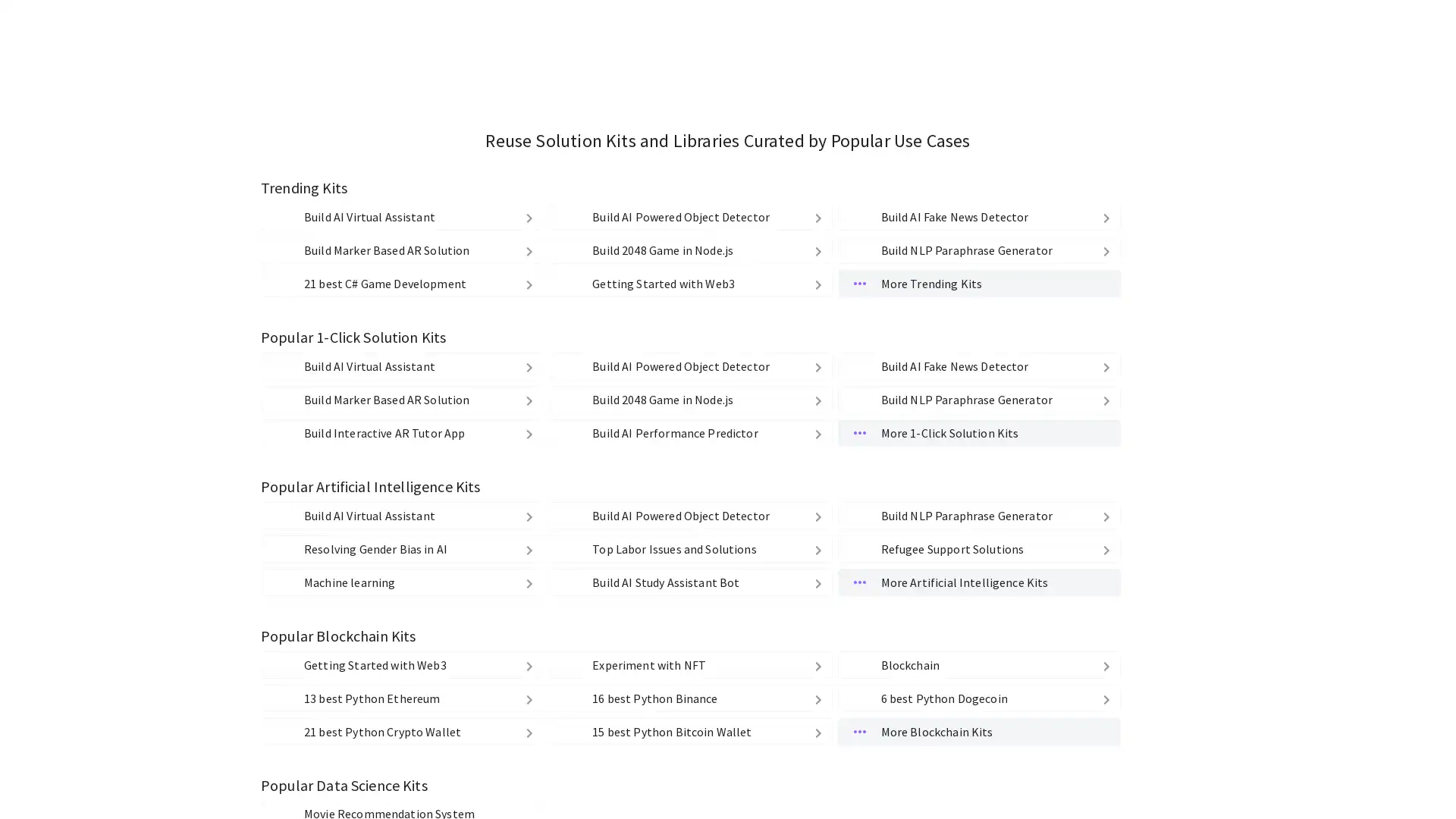 Image resolution: width=1456 pixels, height=819 pixels. What do you see at coordinates (1106, 598) in the screenshot?
I see `delete` at bounding box center [1106, 598].